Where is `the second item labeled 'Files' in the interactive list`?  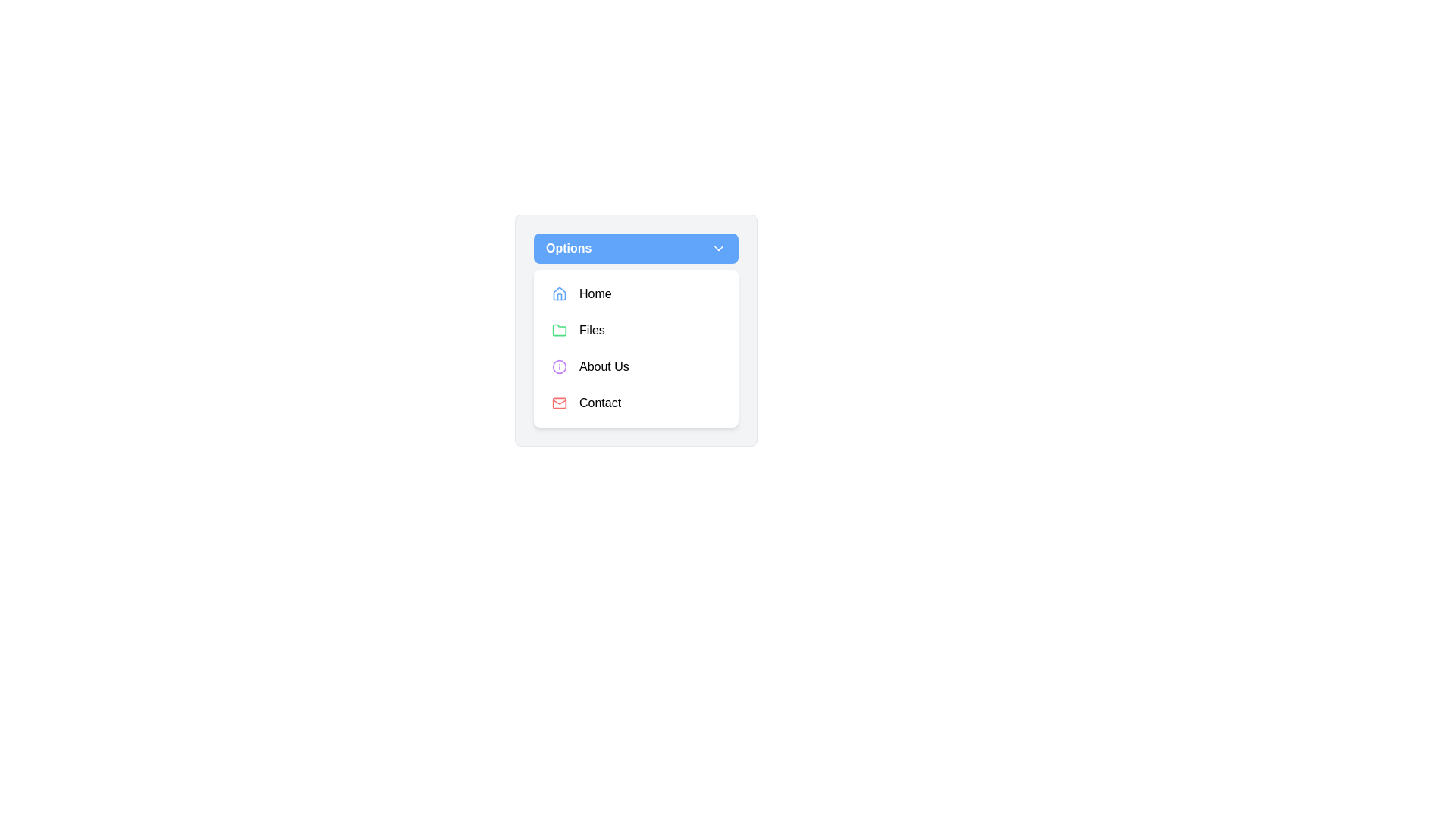
the second item labeled 'Files' in the interactive list is located at coordinates (636, 329).